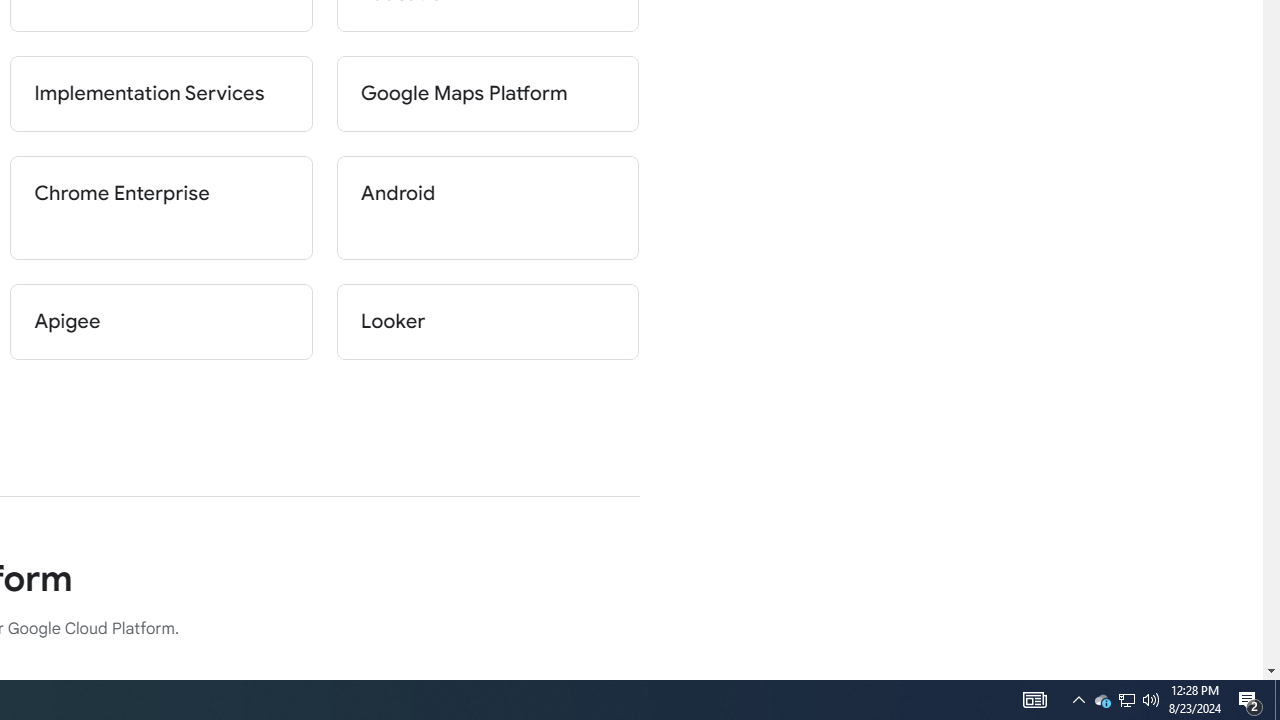  What do you see at coordinates (161, 320) in the screenshot?
I see `'Apigee'` at bounding box center [161, 320].